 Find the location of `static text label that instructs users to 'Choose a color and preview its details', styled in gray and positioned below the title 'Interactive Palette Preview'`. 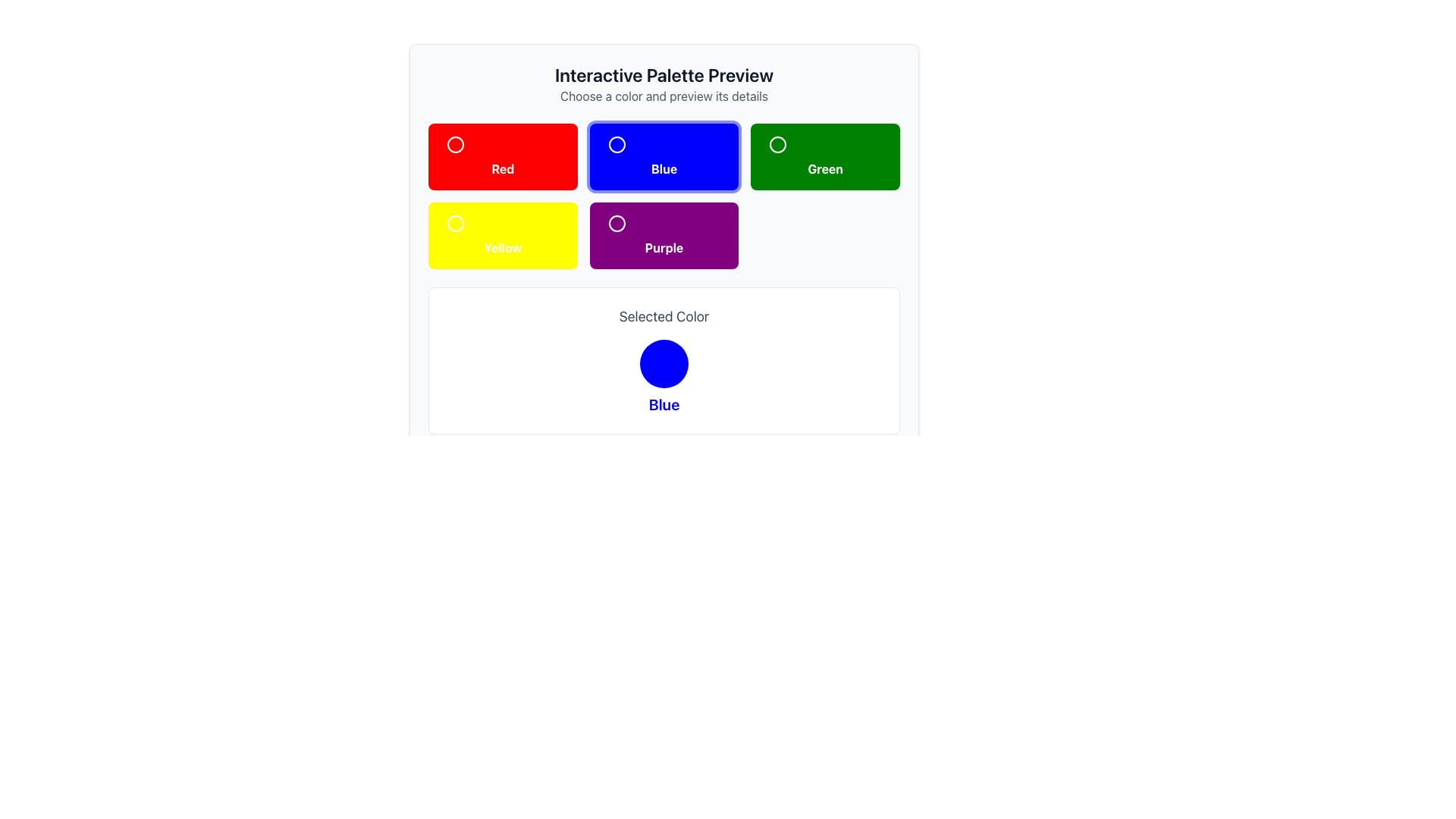

static text label that instructs users to 'Choose a color and preview its details', styled in gray and positioned below the title 'Interactive Palette Preview' is located at coordinates (664, 96).